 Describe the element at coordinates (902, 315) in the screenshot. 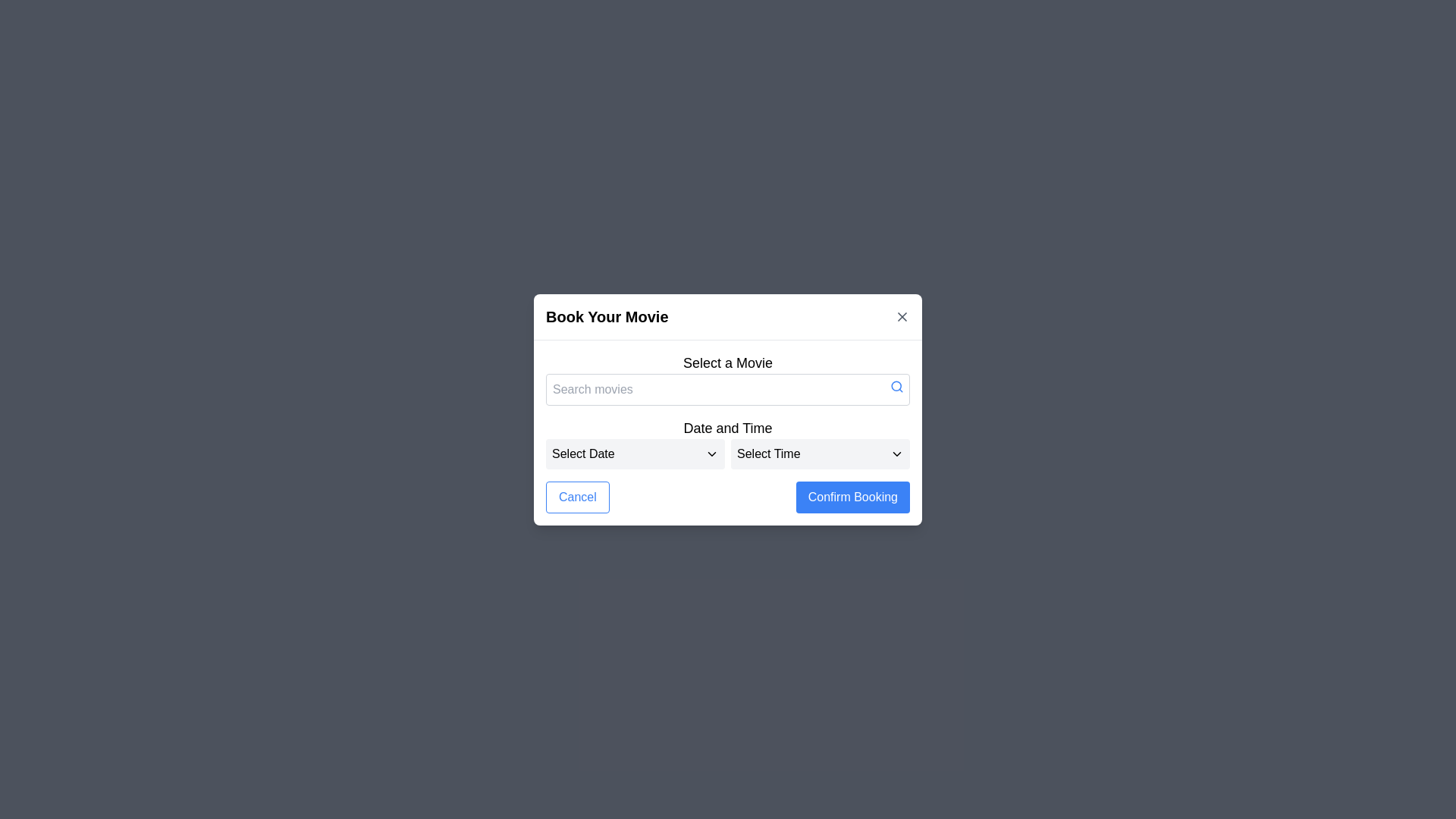

I see `the small cross-shaped icon located at the top-right corner of the 'Book Your Movie' modal` at that location.